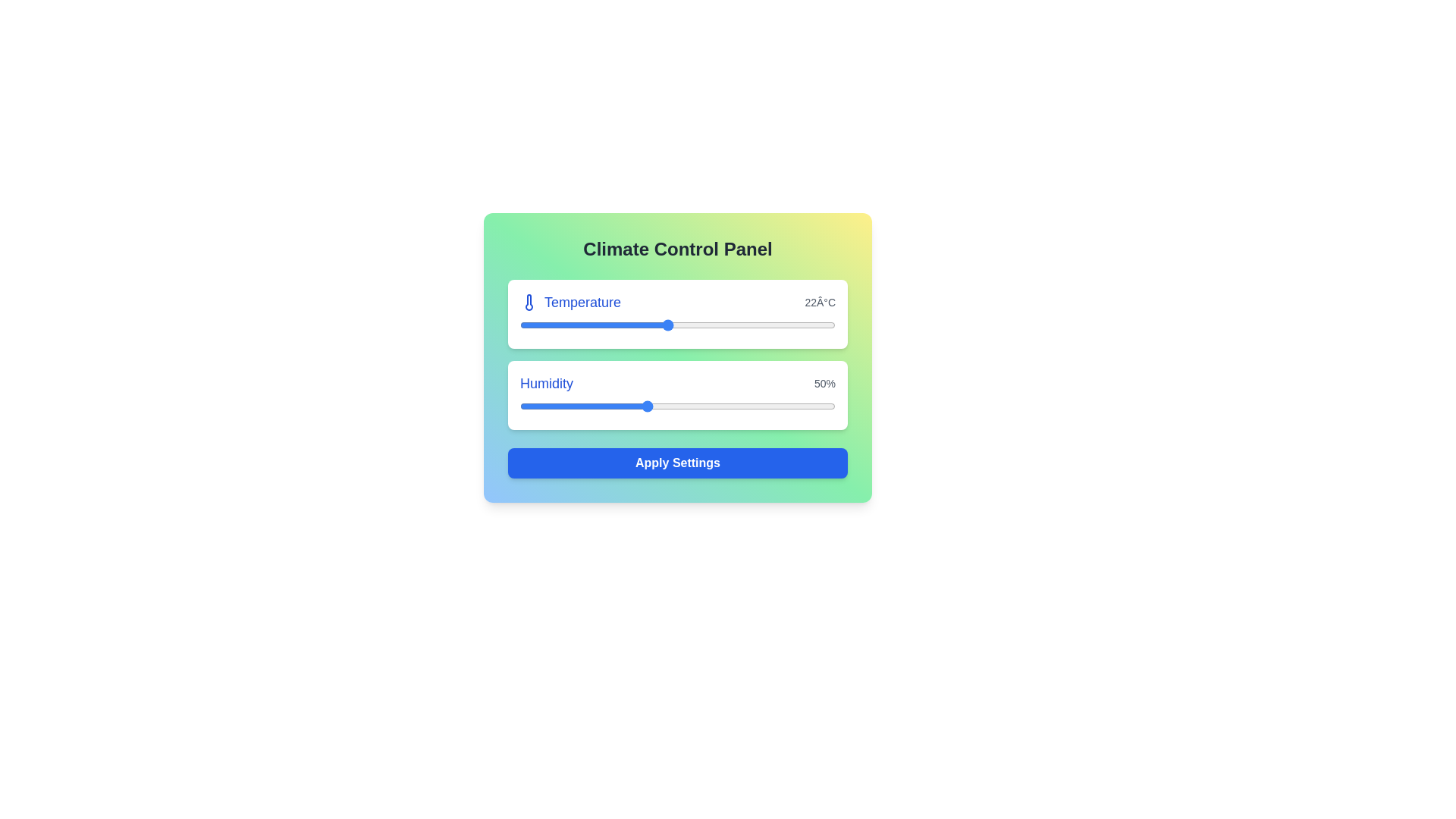  What do you see at coordinates (551, 406) in the screenshot?
I see `the humidity level` at bounding box center [551, 406].